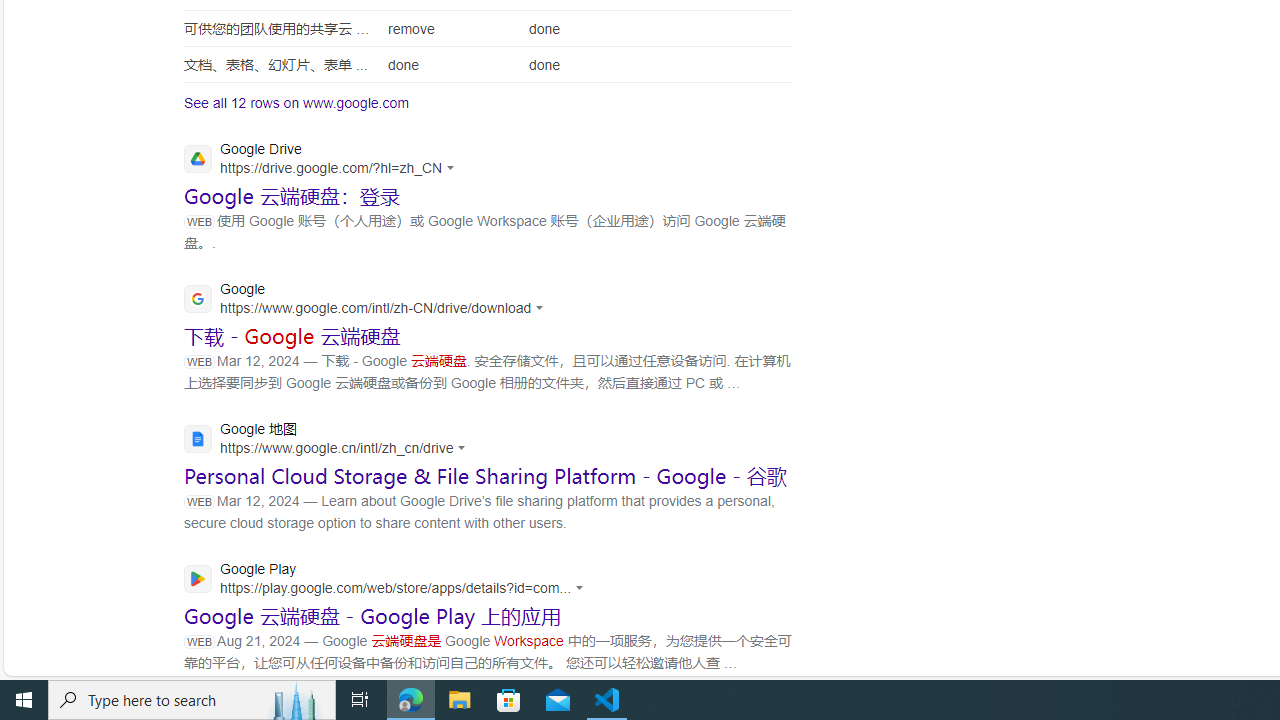 The height and width of the screenshot is (720, 1280). I want to click on 'Google Drive', so click(325, 159).